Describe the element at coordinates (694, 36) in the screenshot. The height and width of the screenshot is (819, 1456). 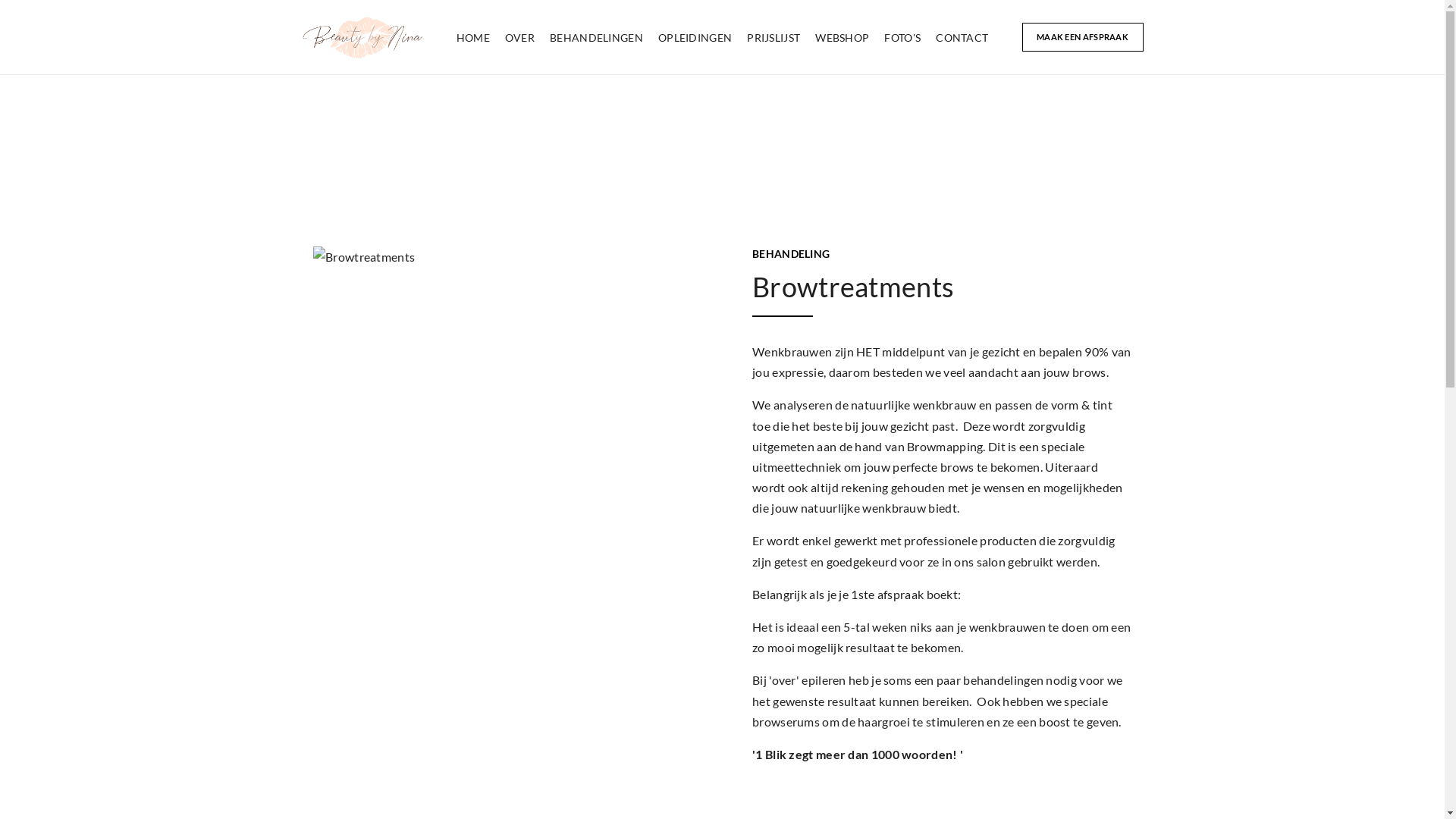
I see `'OPLEIDINGEN'` at that location.